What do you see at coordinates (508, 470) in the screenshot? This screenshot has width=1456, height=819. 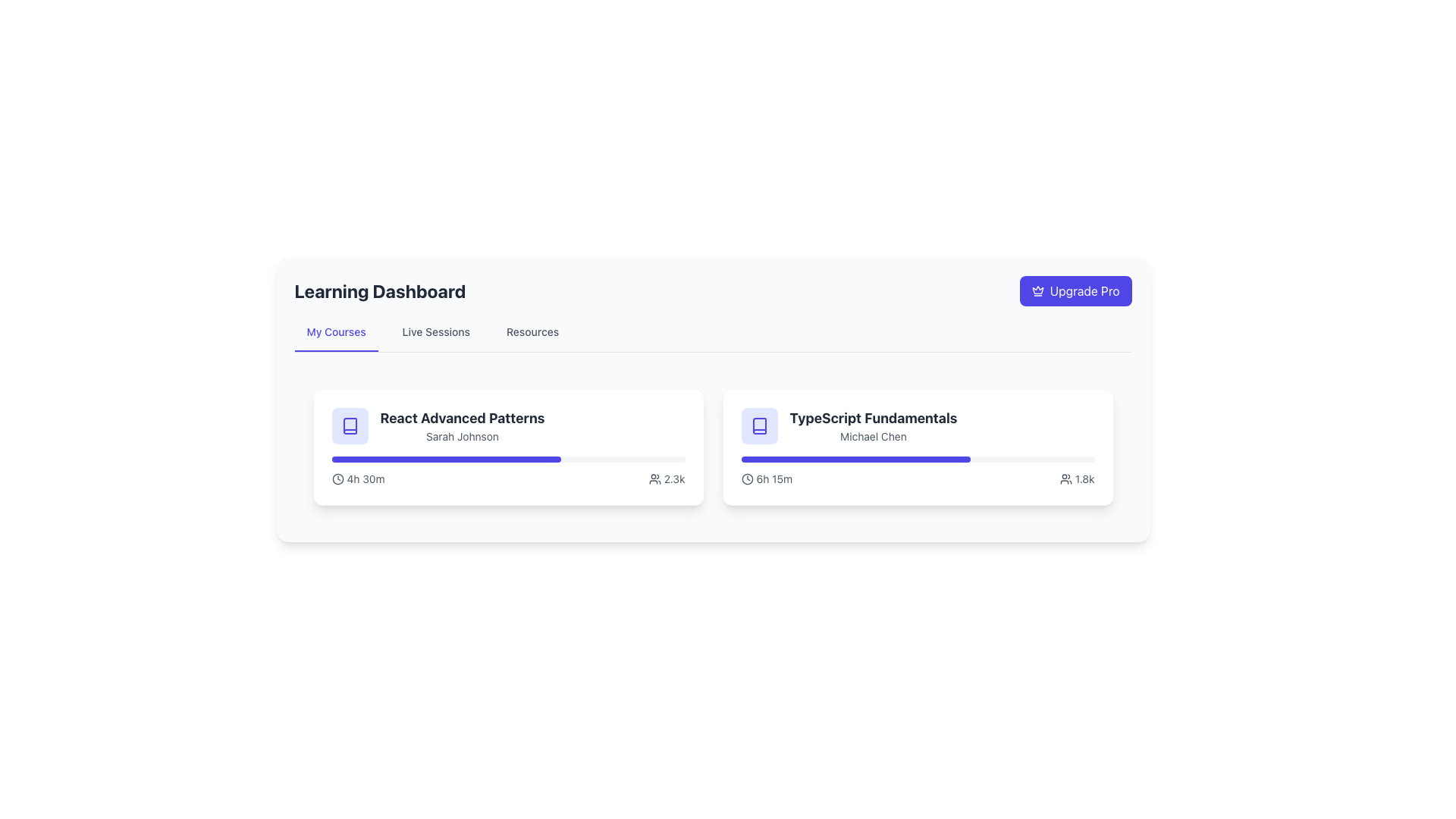 I see `the progress bar located at the bottom of the 'React Advanced Patterns' card under the title 'Sarah Johnson', which visually indicates the completion percentage of a task` at bounding box center [508, 470].